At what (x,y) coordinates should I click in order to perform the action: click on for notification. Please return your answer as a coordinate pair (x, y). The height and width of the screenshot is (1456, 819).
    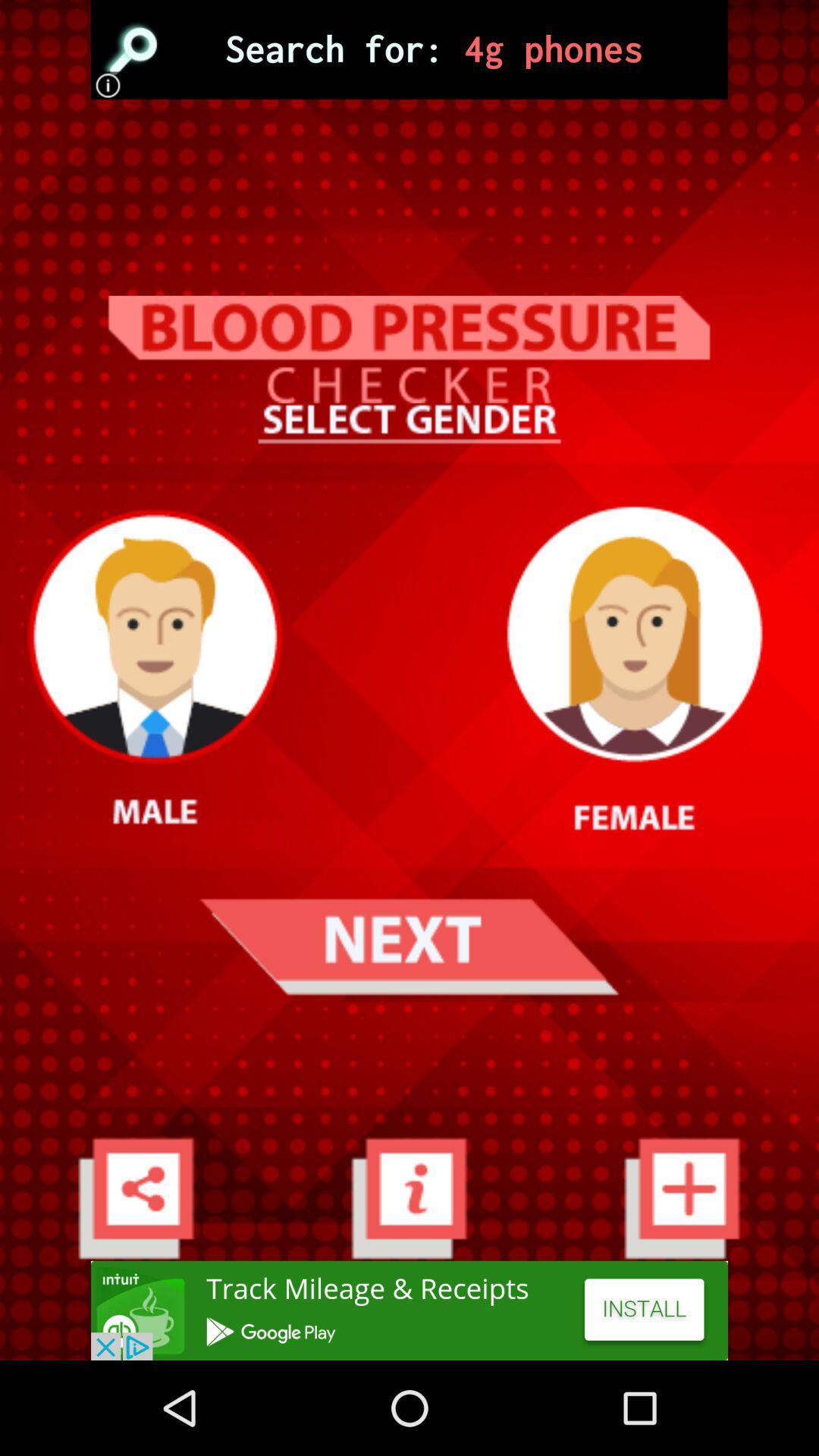
    Looking at the image, I should click on (408, 1197).